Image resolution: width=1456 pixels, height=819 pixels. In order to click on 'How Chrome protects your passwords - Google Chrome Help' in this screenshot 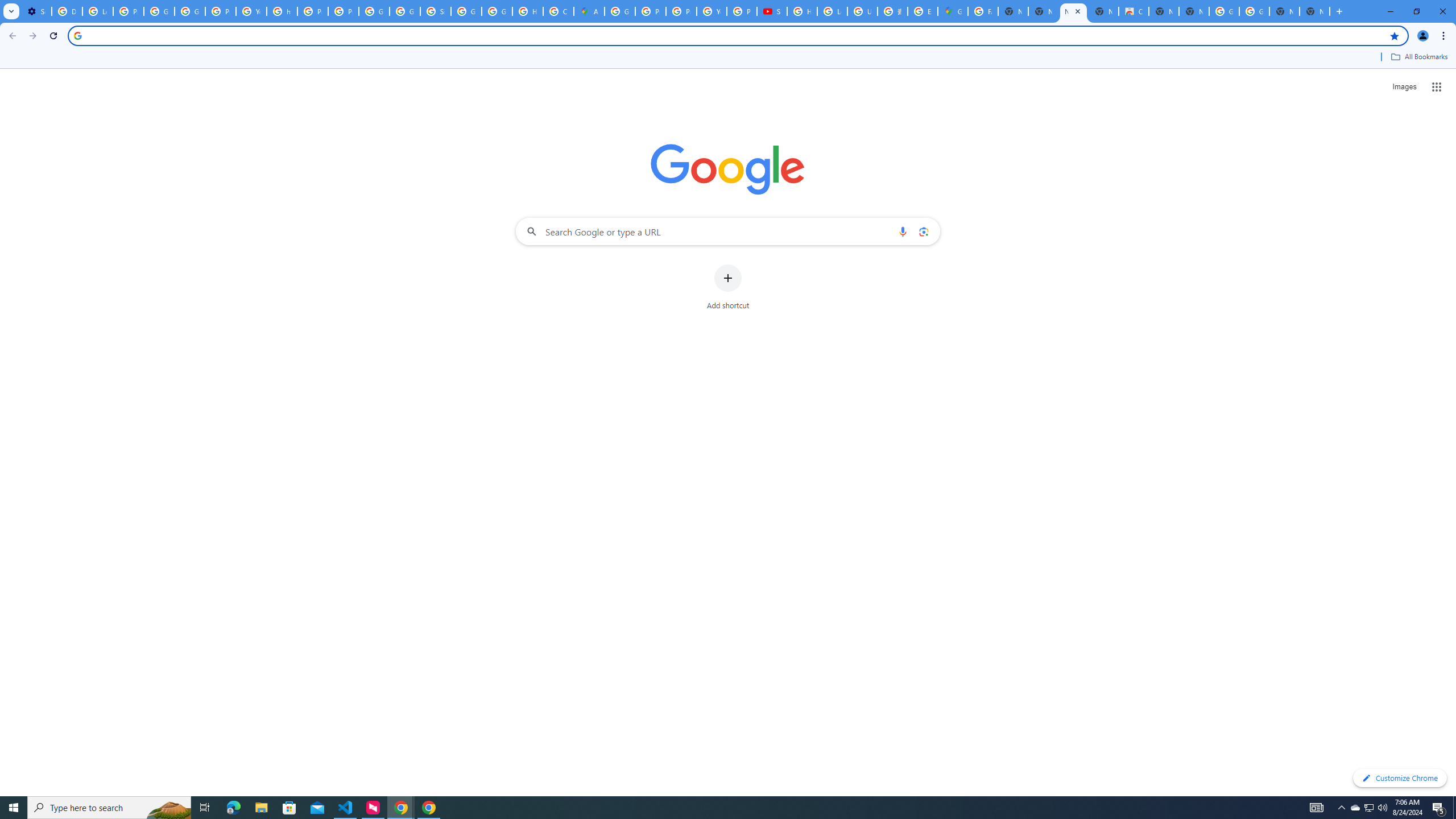, I will do `click(802, 11)`.